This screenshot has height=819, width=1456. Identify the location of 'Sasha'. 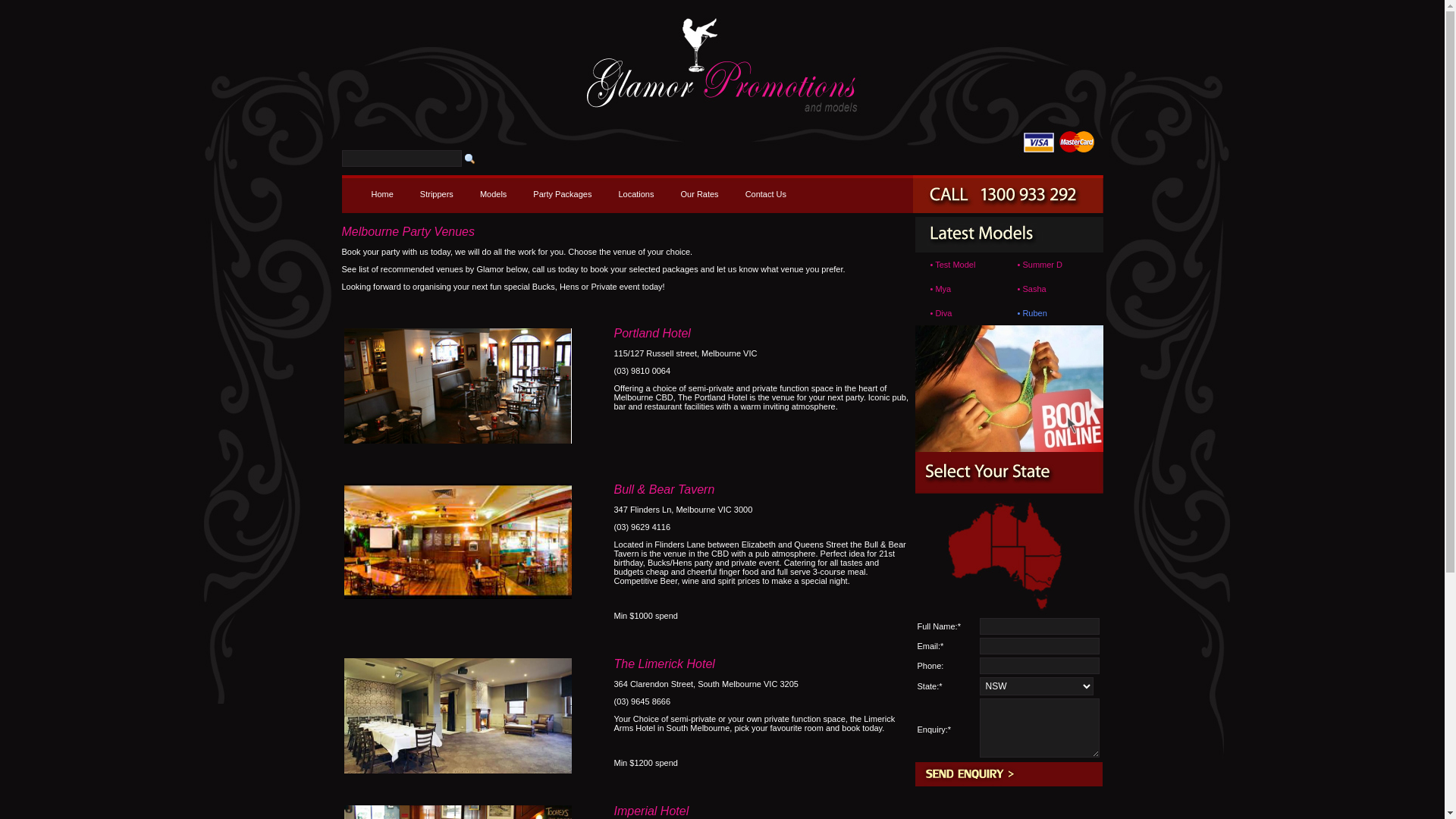
(1022, 289).